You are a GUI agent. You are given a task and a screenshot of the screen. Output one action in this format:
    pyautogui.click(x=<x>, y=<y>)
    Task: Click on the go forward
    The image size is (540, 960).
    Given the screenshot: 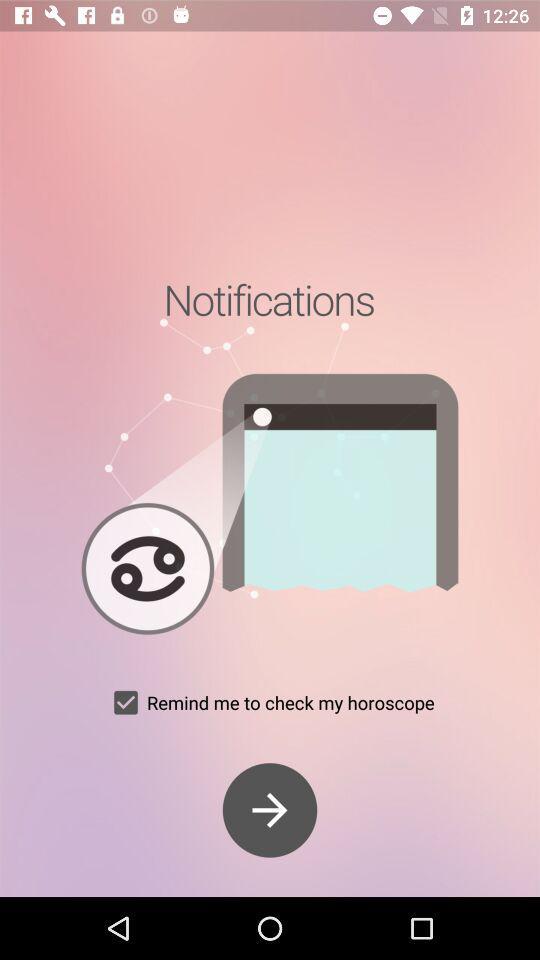 What is the action you would take?
    pyautogui.click(x=270, y=810)
    